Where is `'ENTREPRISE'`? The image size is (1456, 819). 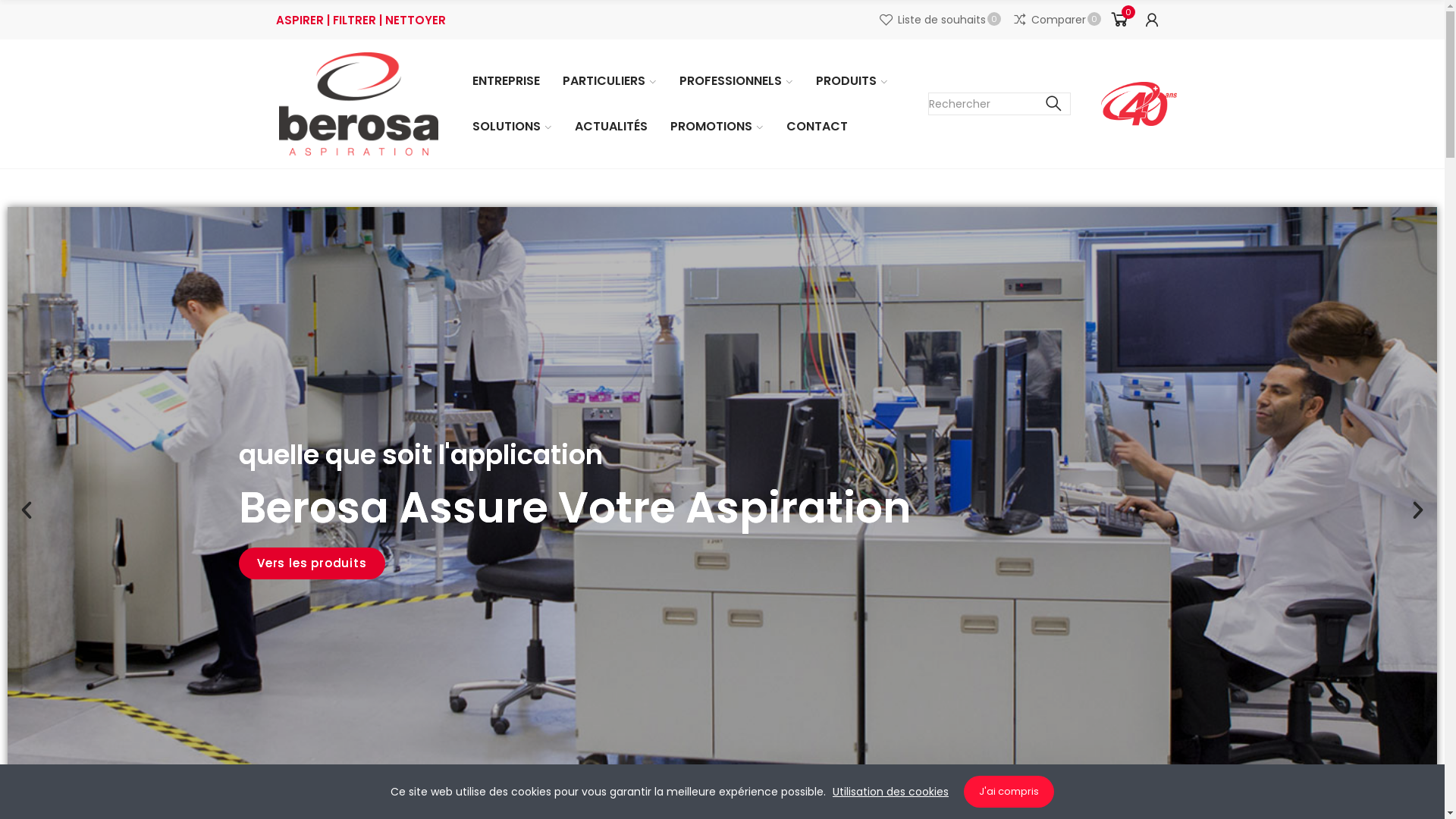 'ENTREPRISE' is located at coordinates (506, 81).